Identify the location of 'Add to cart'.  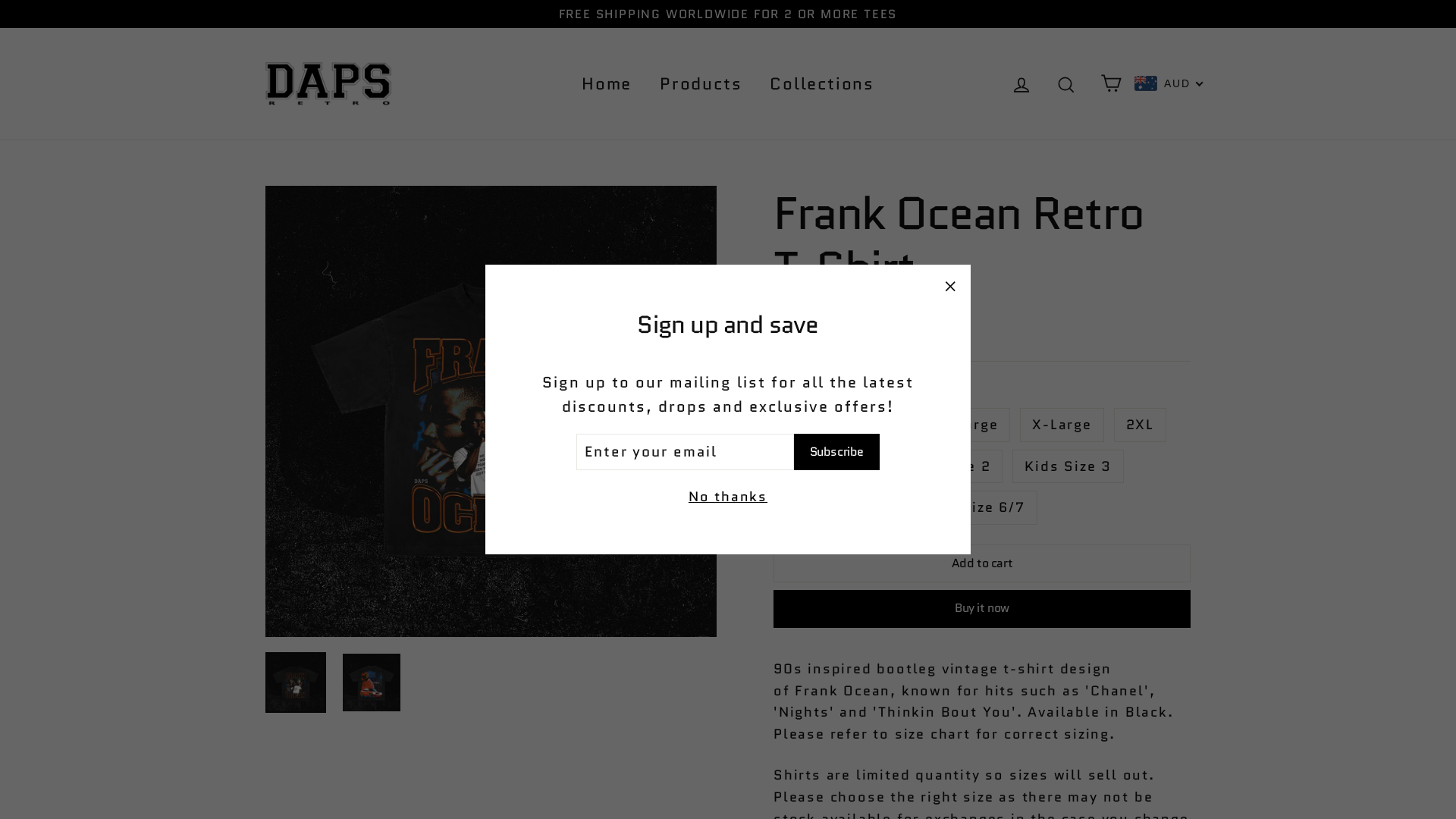
(982, 563).